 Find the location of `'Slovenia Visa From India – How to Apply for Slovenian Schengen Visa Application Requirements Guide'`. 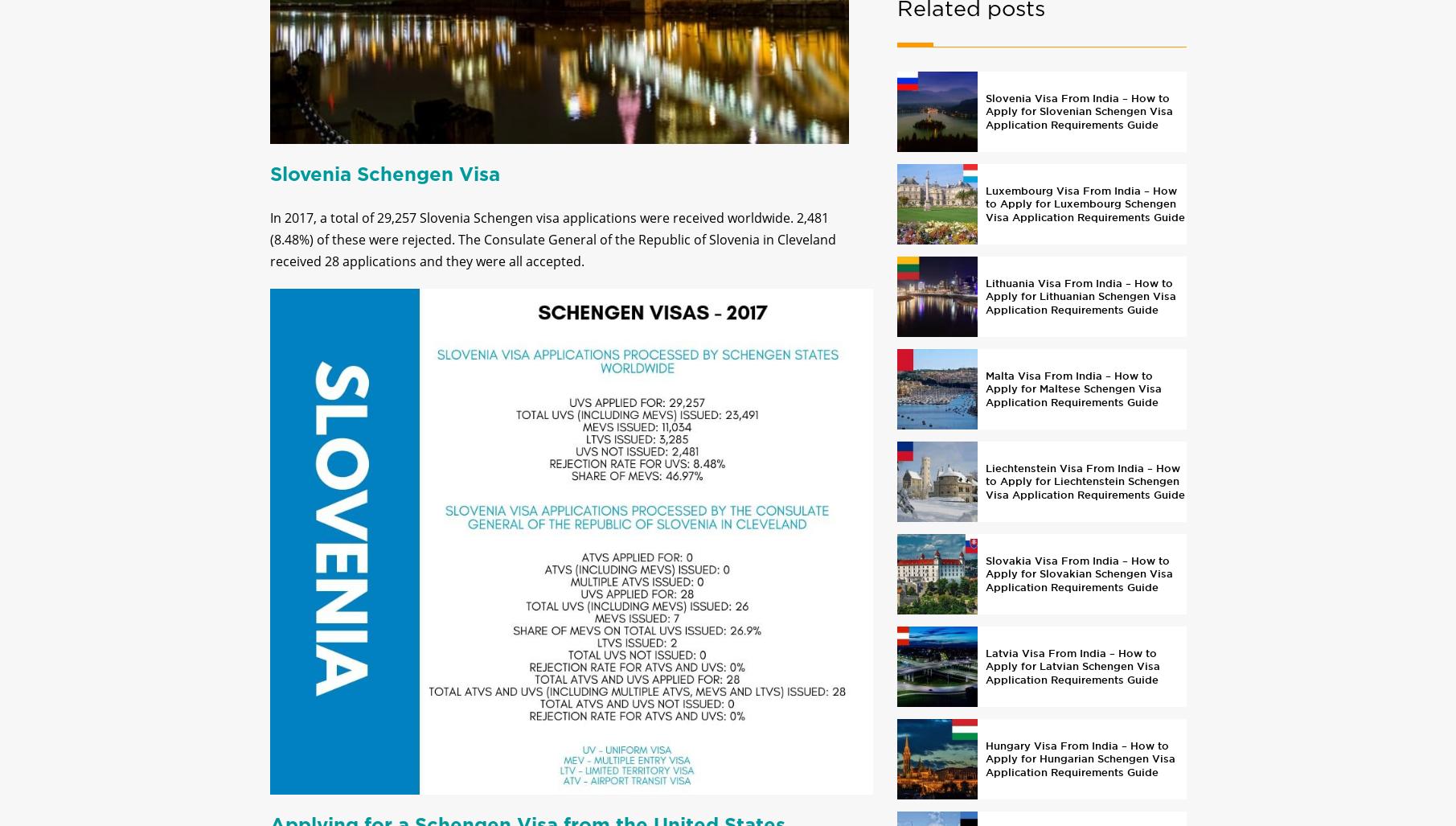

'Slovenia Visa From India – How to Apply for Slovenian Schengen Visa Application Requirements Guide' is located at coordinates (1077, 124).